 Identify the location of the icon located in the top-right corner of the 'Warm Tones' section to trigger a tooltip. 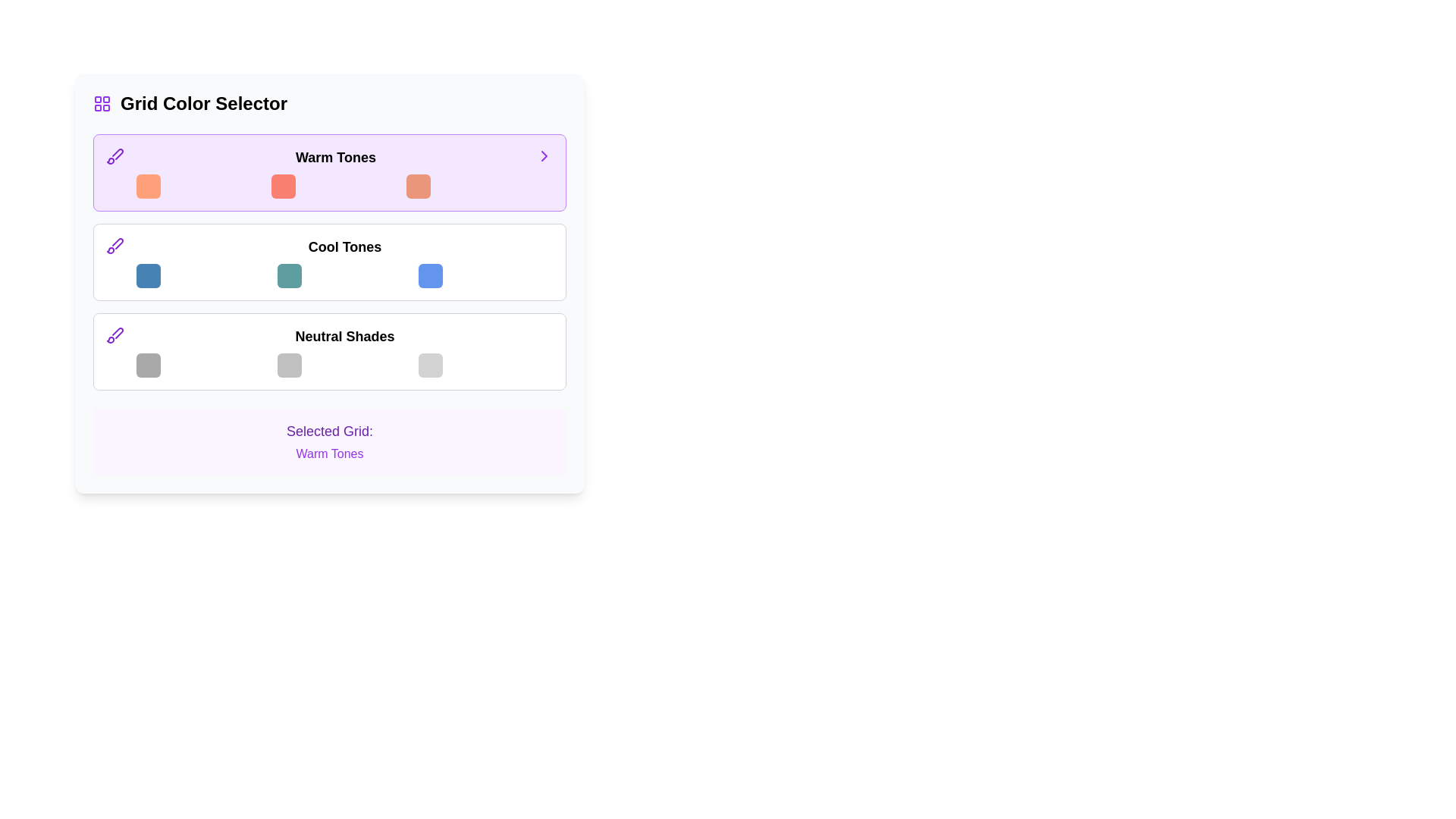
(544, 155).